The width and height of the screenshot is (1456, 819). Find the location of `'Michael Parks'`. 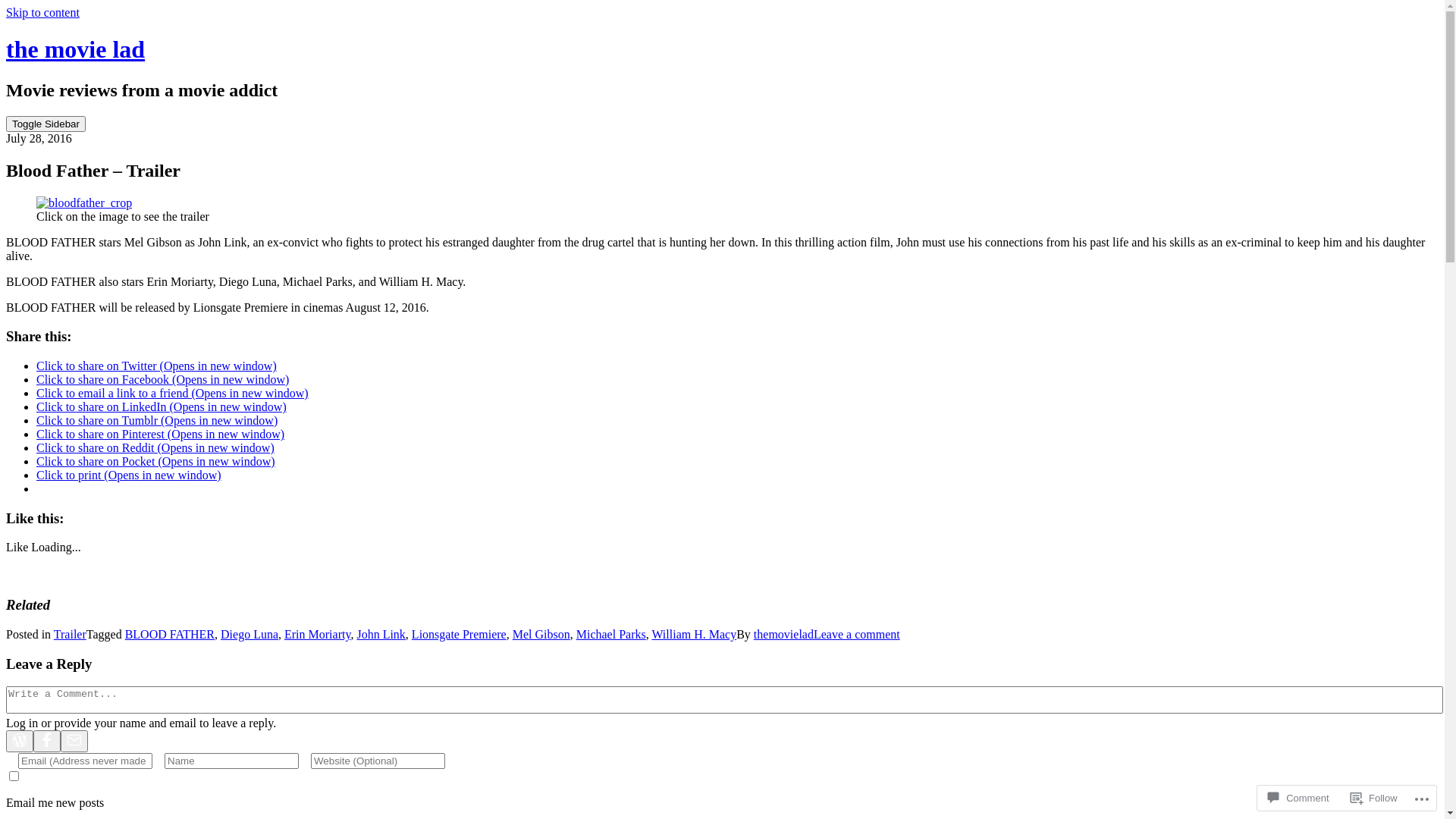

'Michael Parks' is located at coordinates (575, 634).